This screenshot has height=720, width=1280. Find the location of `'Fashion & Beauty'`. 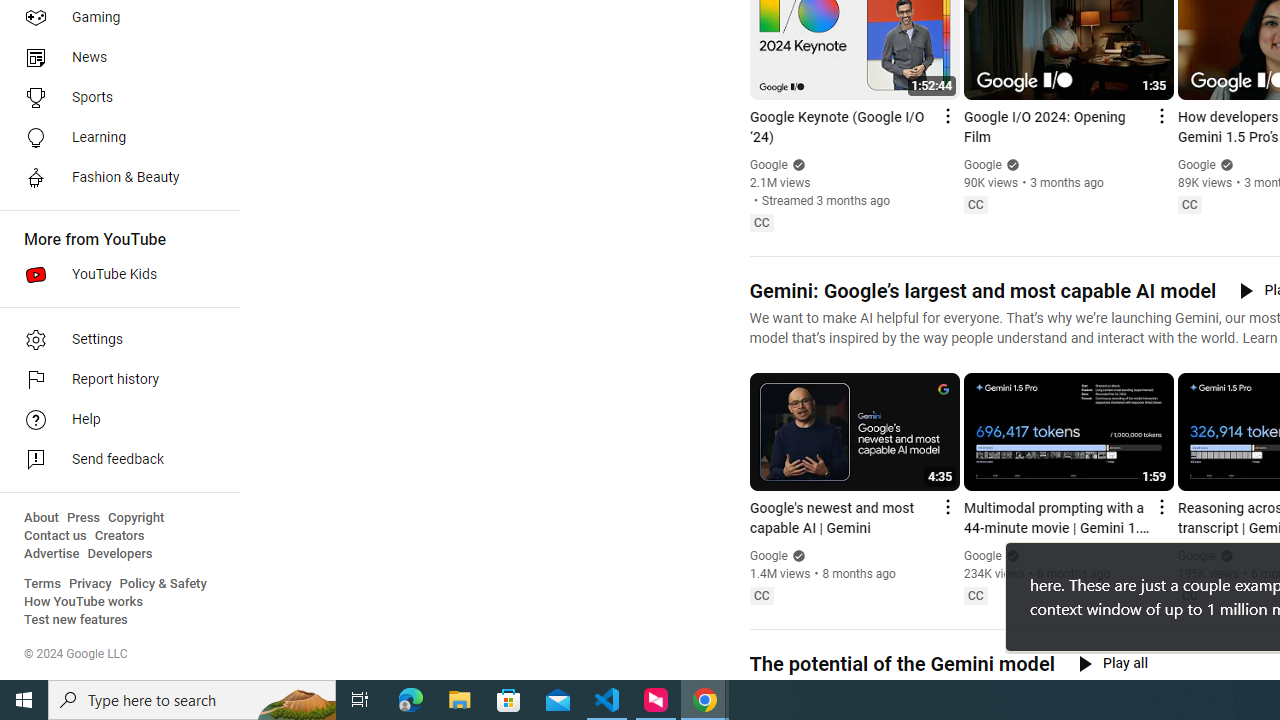

'Fashion & Beauty' is located at coordinates (112, 176).